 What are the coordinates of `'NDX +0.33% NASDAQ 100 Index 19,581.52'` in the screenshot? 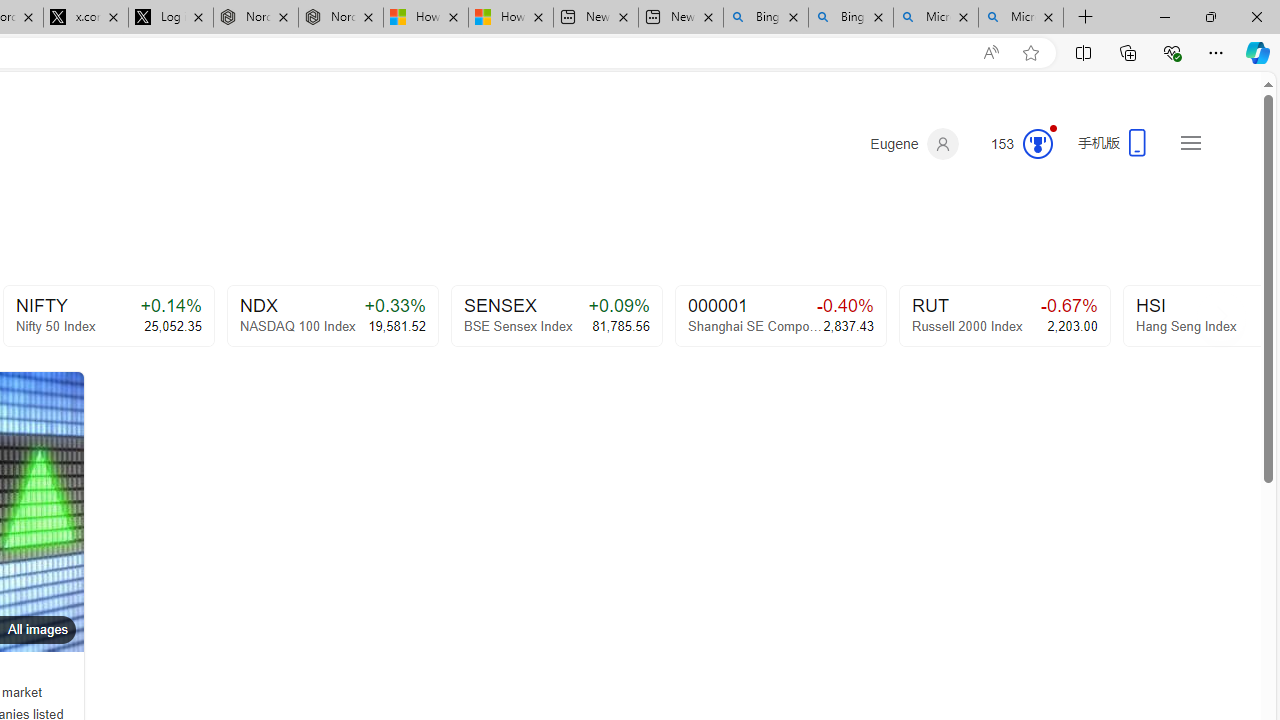 It's located at (332, 315).